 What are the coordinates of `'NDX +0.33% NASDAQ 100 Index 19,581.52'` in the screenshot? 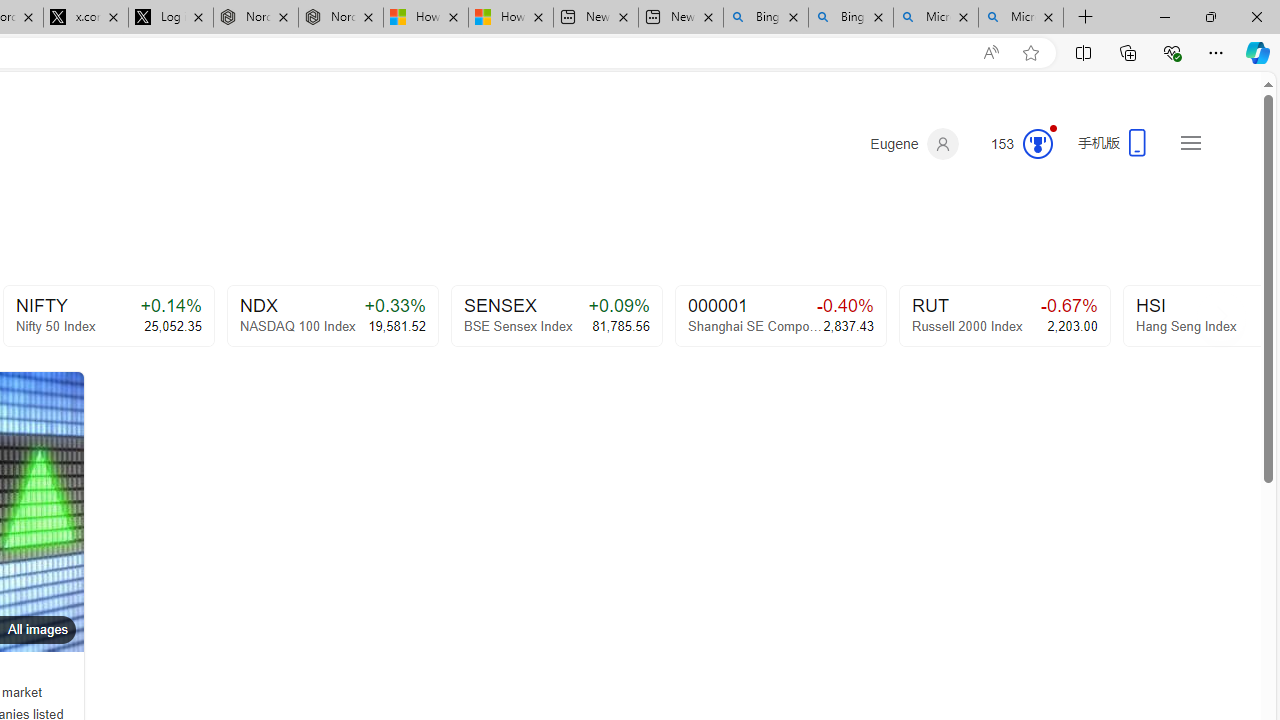 It's located at (332, 315).